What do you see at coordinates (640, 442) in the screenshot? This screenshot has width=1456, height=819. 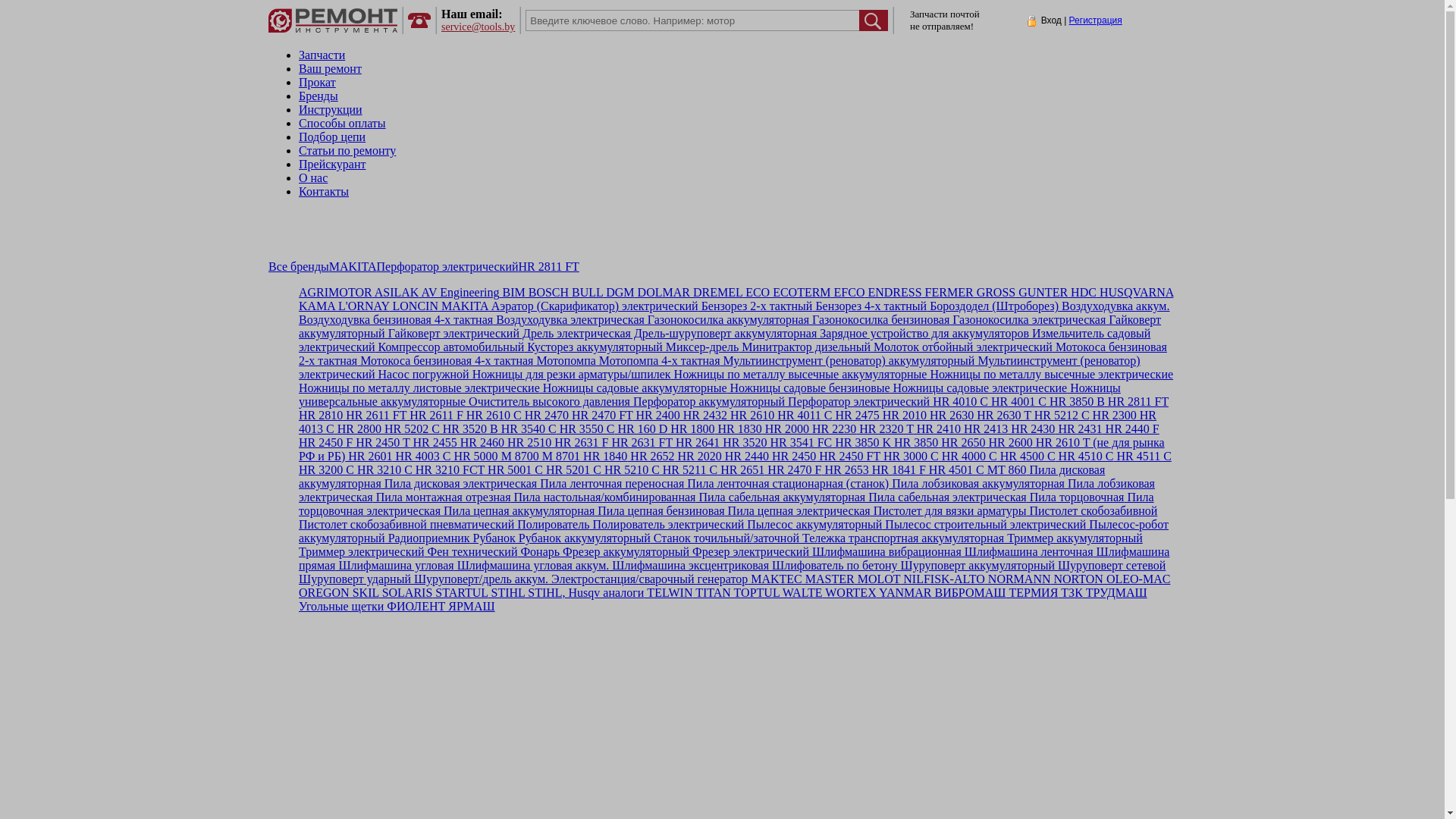 I see `'HR 2631 FT'` at bounding box center [640, 442].